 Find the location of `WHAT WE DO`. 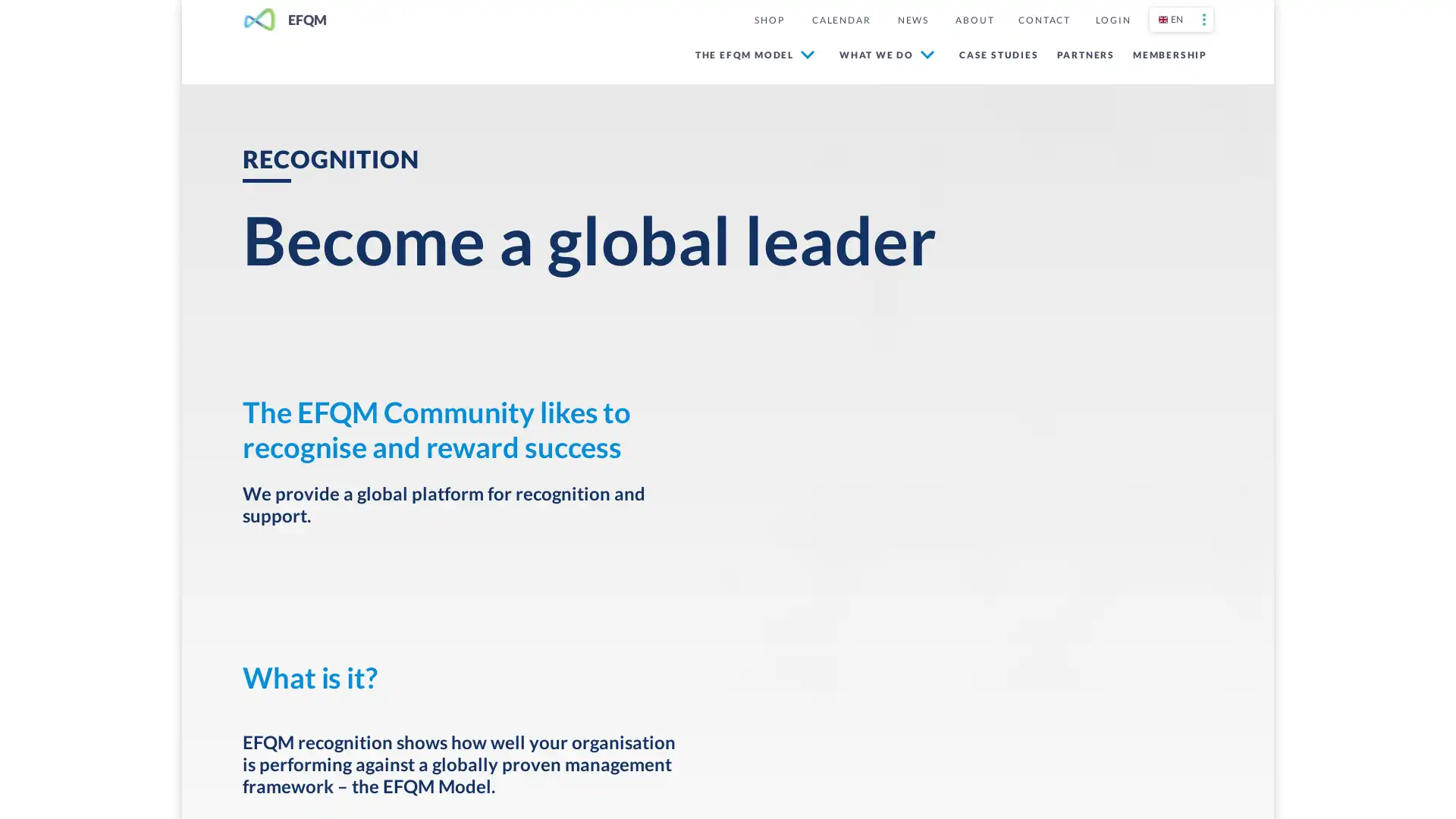

WHAT WE DO is located at coordinates (886, 54).